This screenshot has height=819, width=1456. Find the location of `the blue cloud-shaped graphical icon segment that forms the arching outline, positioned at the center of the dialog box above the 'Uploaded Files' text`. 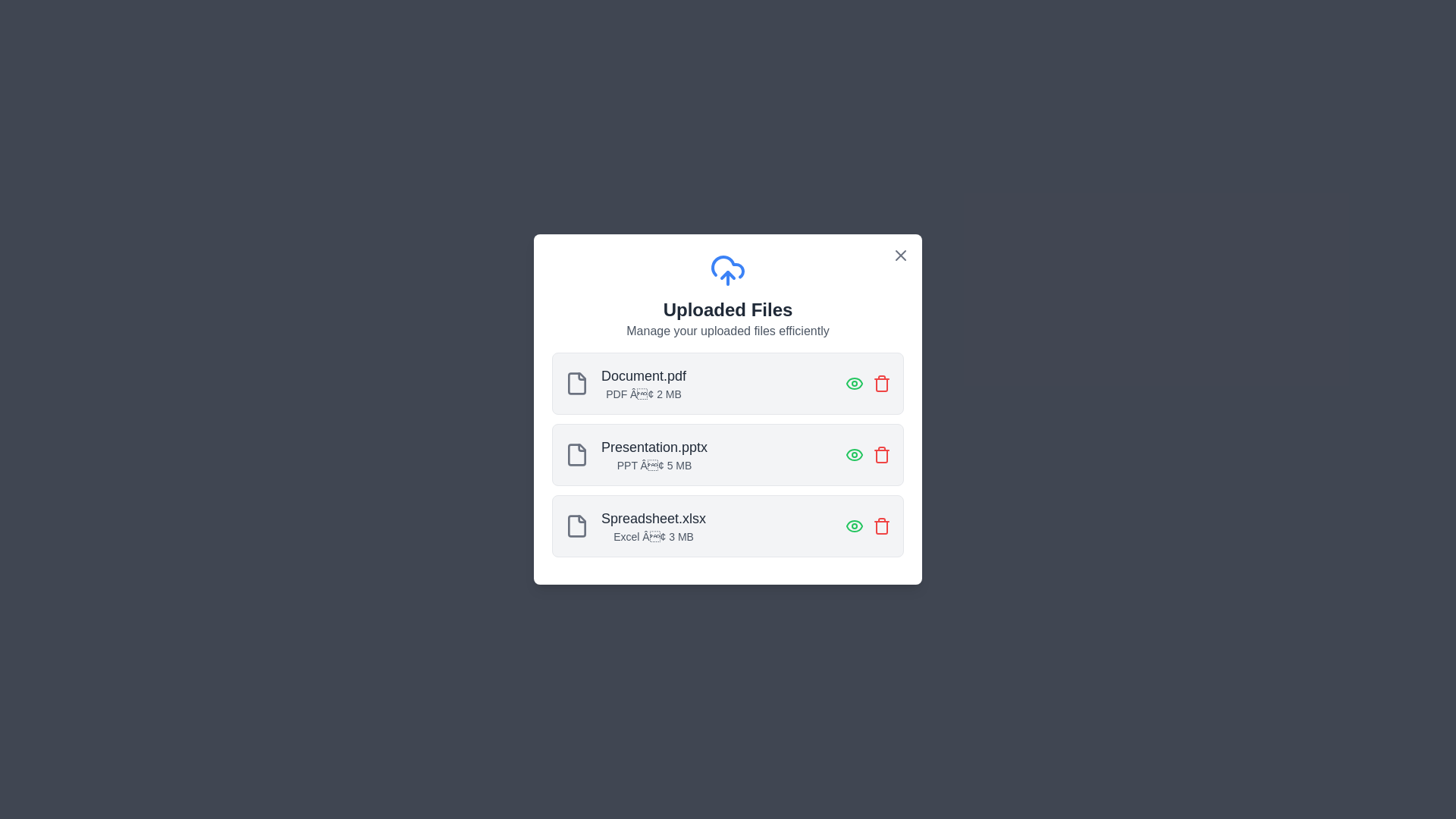

the blue cloud-shaped graphical icon segment that forms the arching outline, positioned at the center of the dialog box above the 'Uploaded Files' text is located at coordinates (728, 266).